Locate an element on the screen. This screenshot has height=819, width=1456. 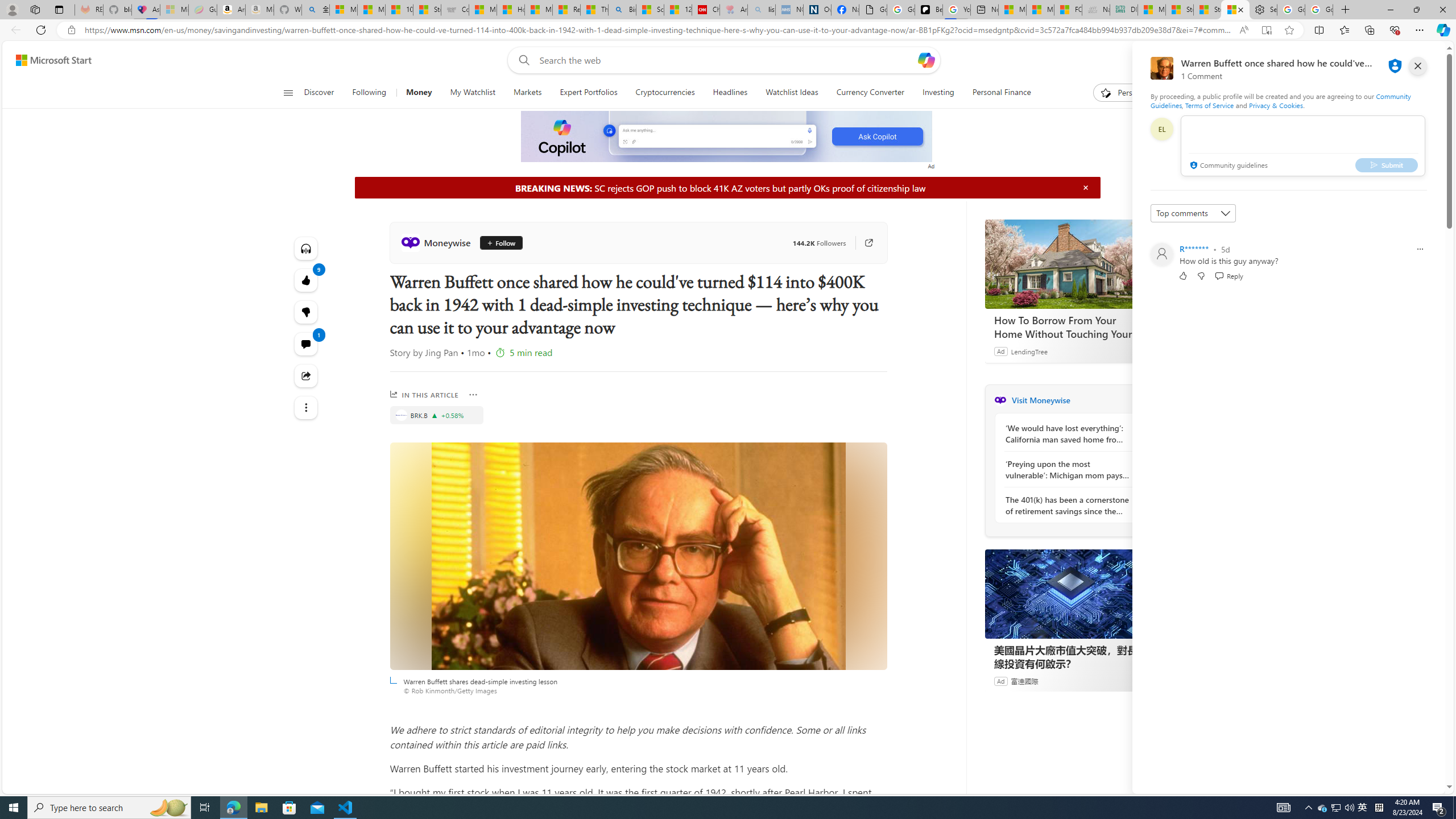
'R*******' is located at coordinates (1194, 248).